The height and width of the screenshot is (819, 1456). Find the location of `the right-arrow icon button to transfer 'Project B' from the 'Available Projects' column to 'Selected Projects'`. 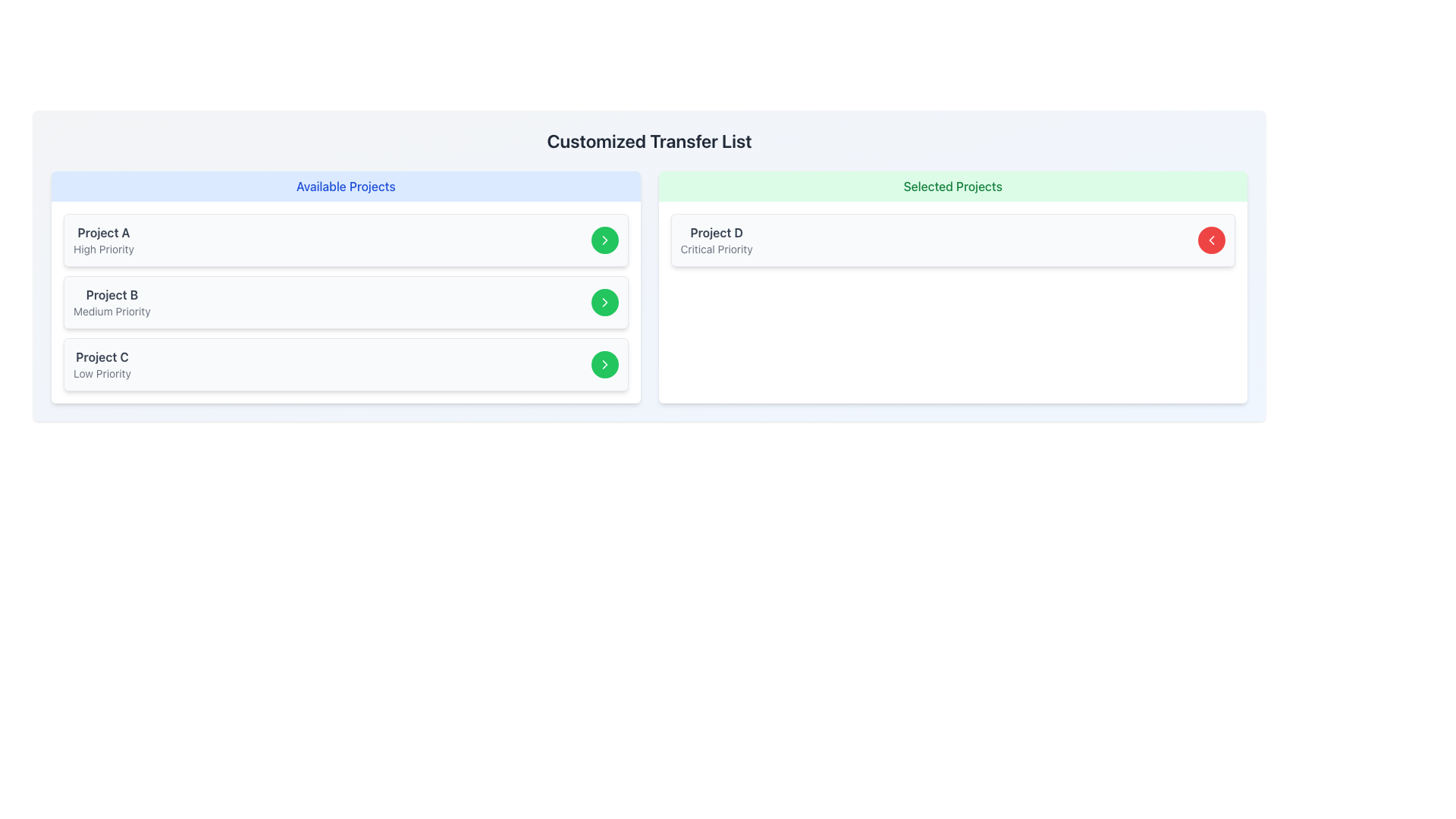

the right-arrow icon button to transfer 'Project B' from the 'Available Projects' column to 'Selected Projects' is located at coordinates (604, 302).